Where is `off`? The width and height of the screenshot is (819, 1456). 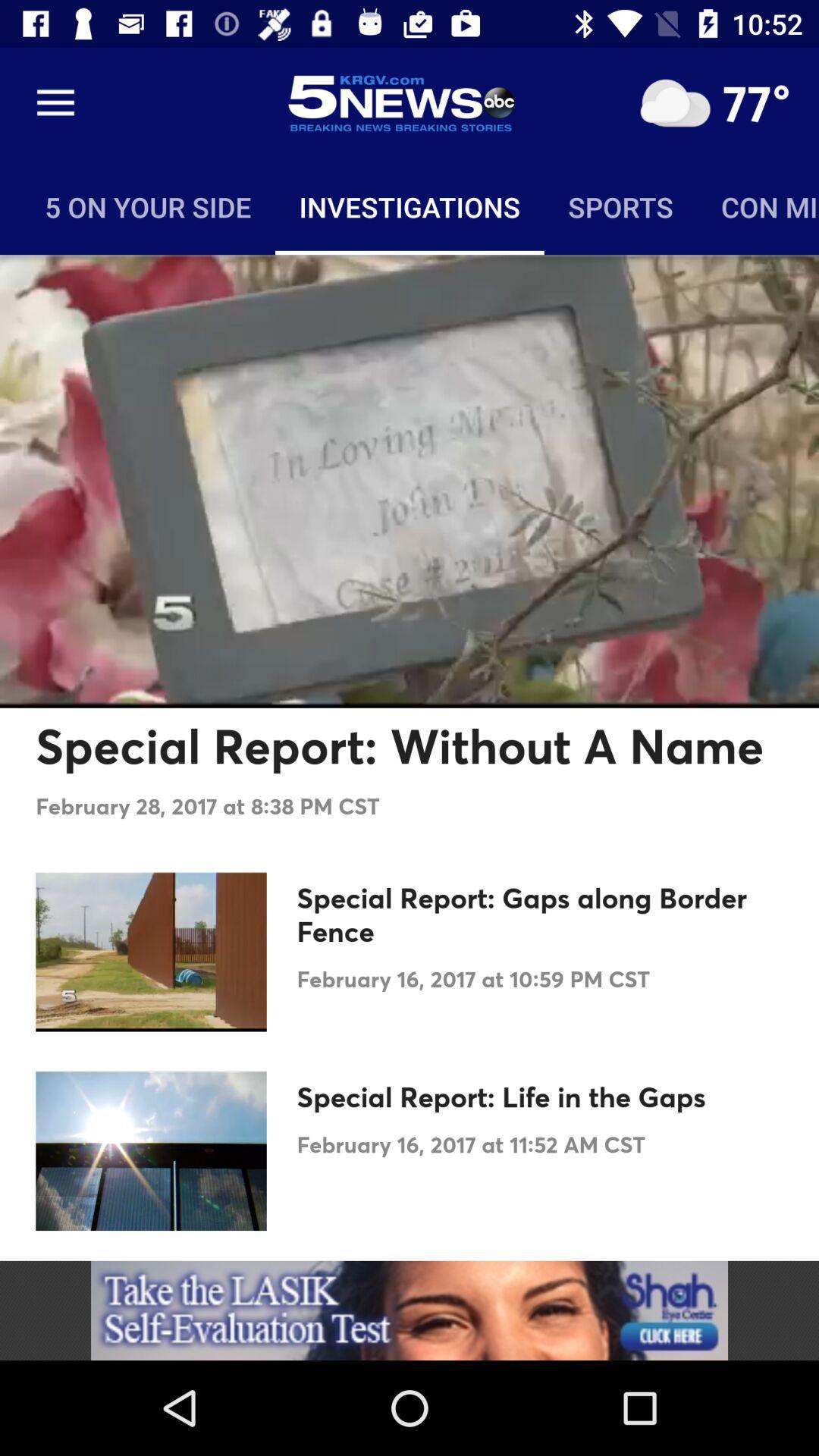
off is located at coordinates (674, 102).